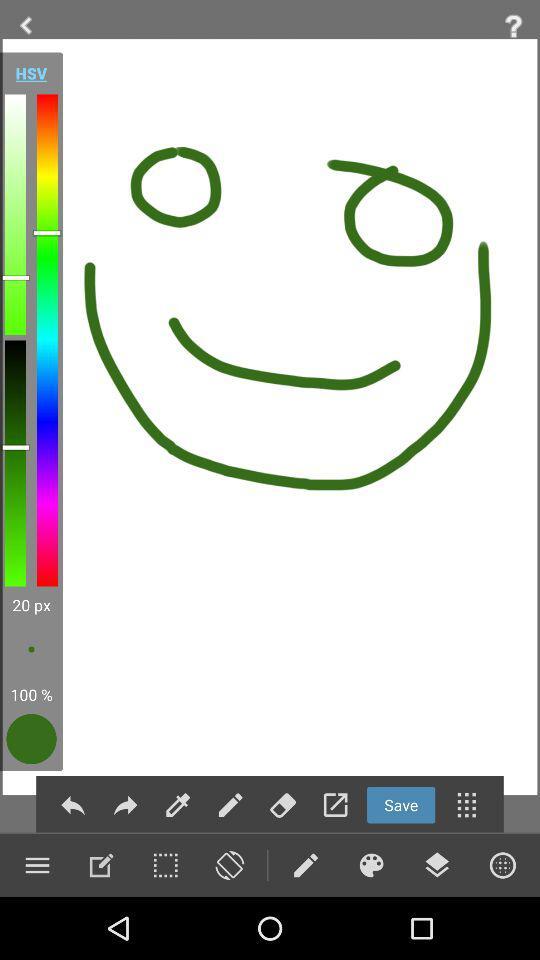 The width and height of the screenshot is (540, 960). What do you see at coordinates (501, 864) in the screenshot?
I see `more` at bounding box center [501, 864].